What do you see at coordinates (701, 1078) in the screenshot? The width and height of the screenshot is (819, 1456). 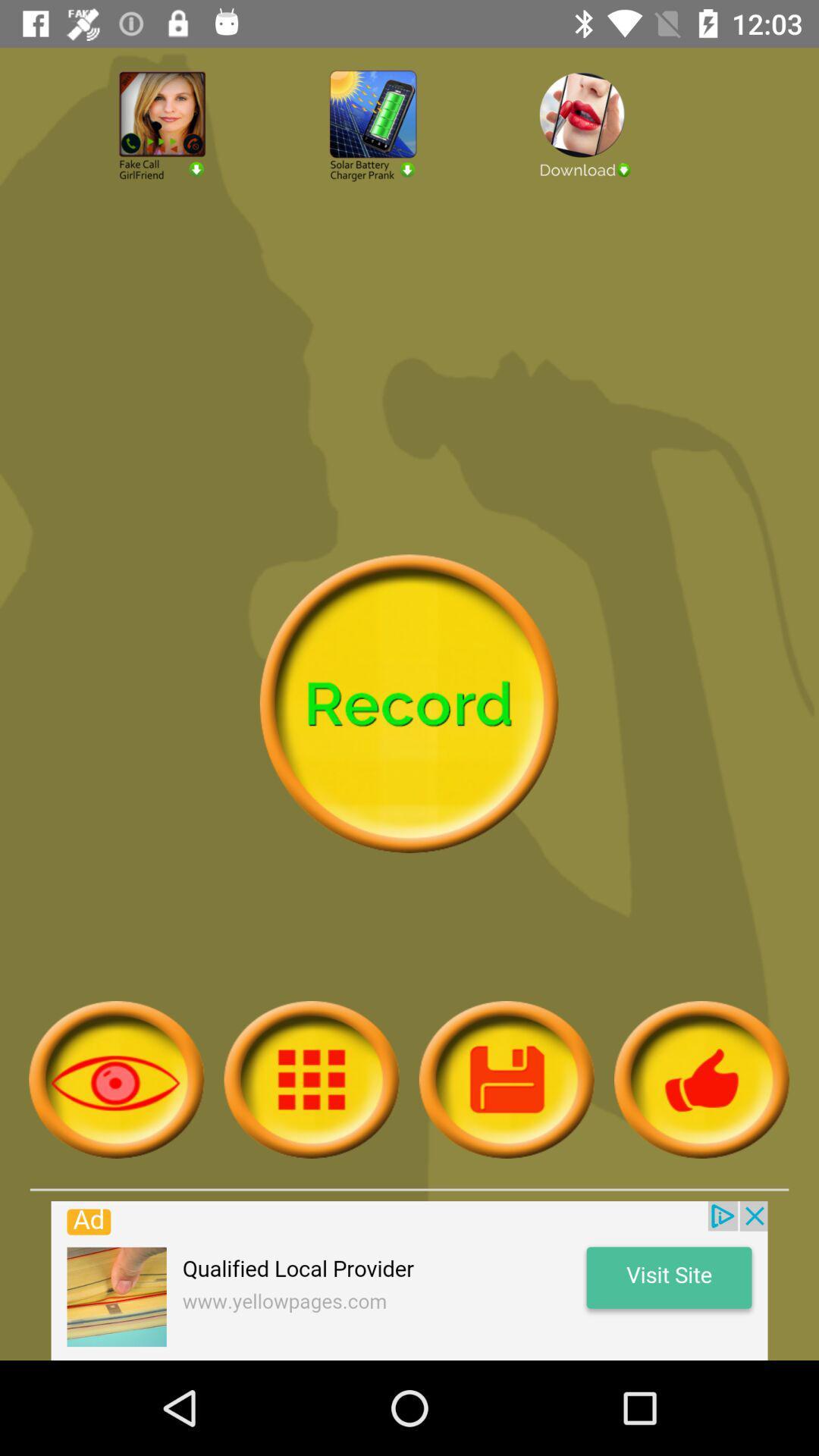 I see `like button` at bounding box center [701, 1078].